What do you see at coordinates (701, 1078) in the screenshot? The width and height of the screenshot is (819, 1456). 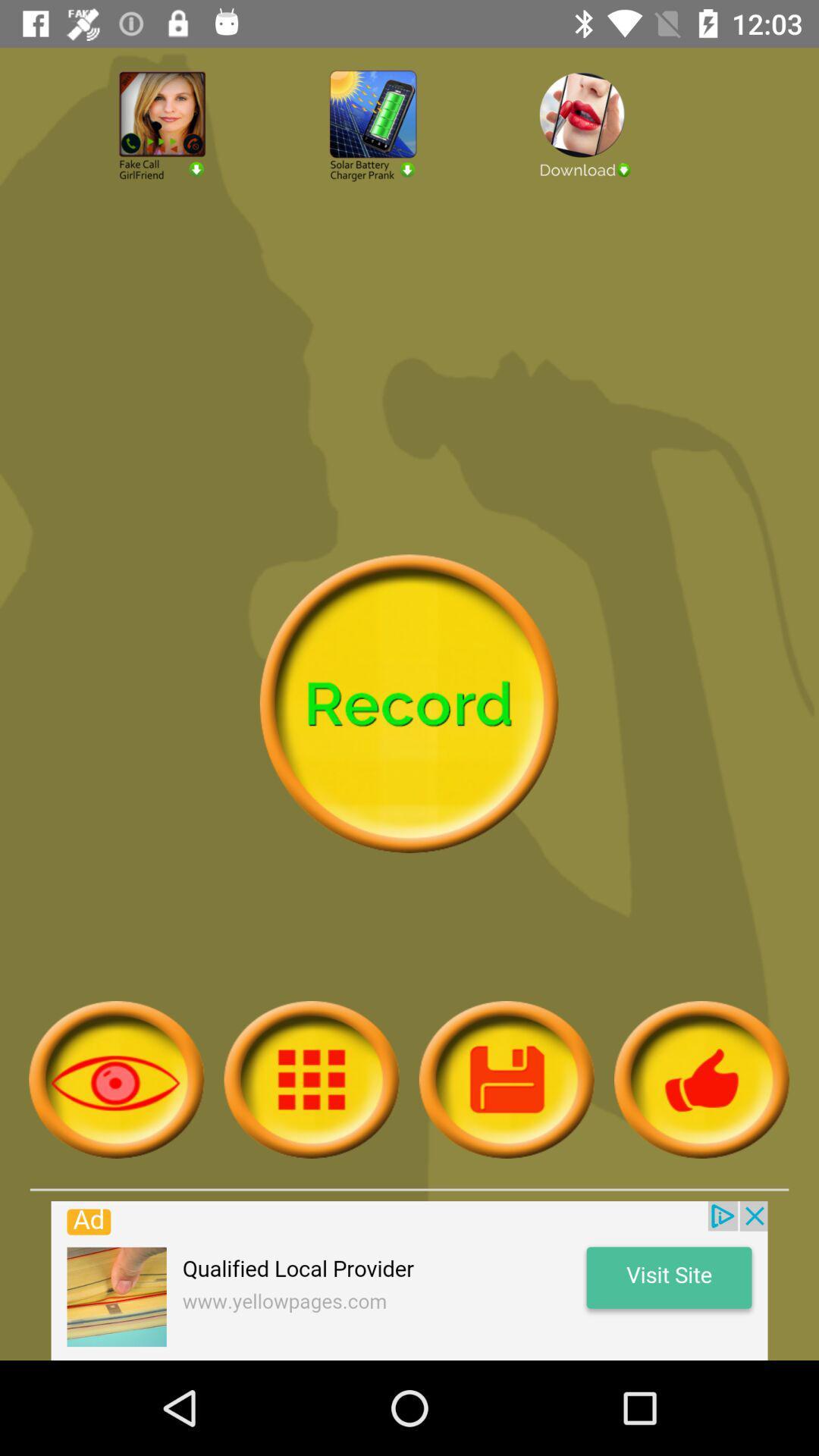 I see `like button` at bounding box center [701, 1078].